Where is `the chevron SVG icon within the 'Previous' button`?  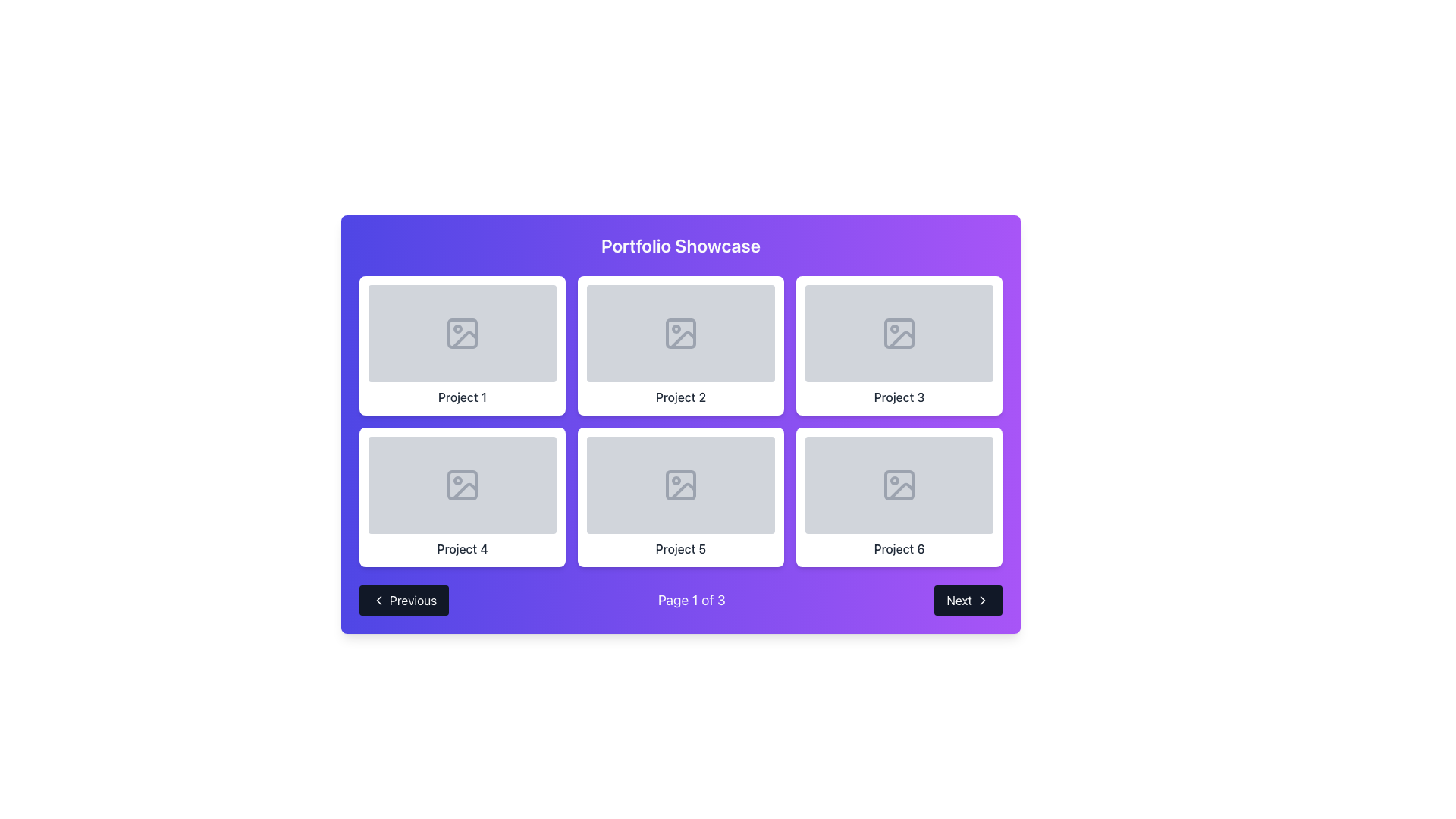 the chevron SVG icon within the 'Previous' button is located at coordinates (378, 599).